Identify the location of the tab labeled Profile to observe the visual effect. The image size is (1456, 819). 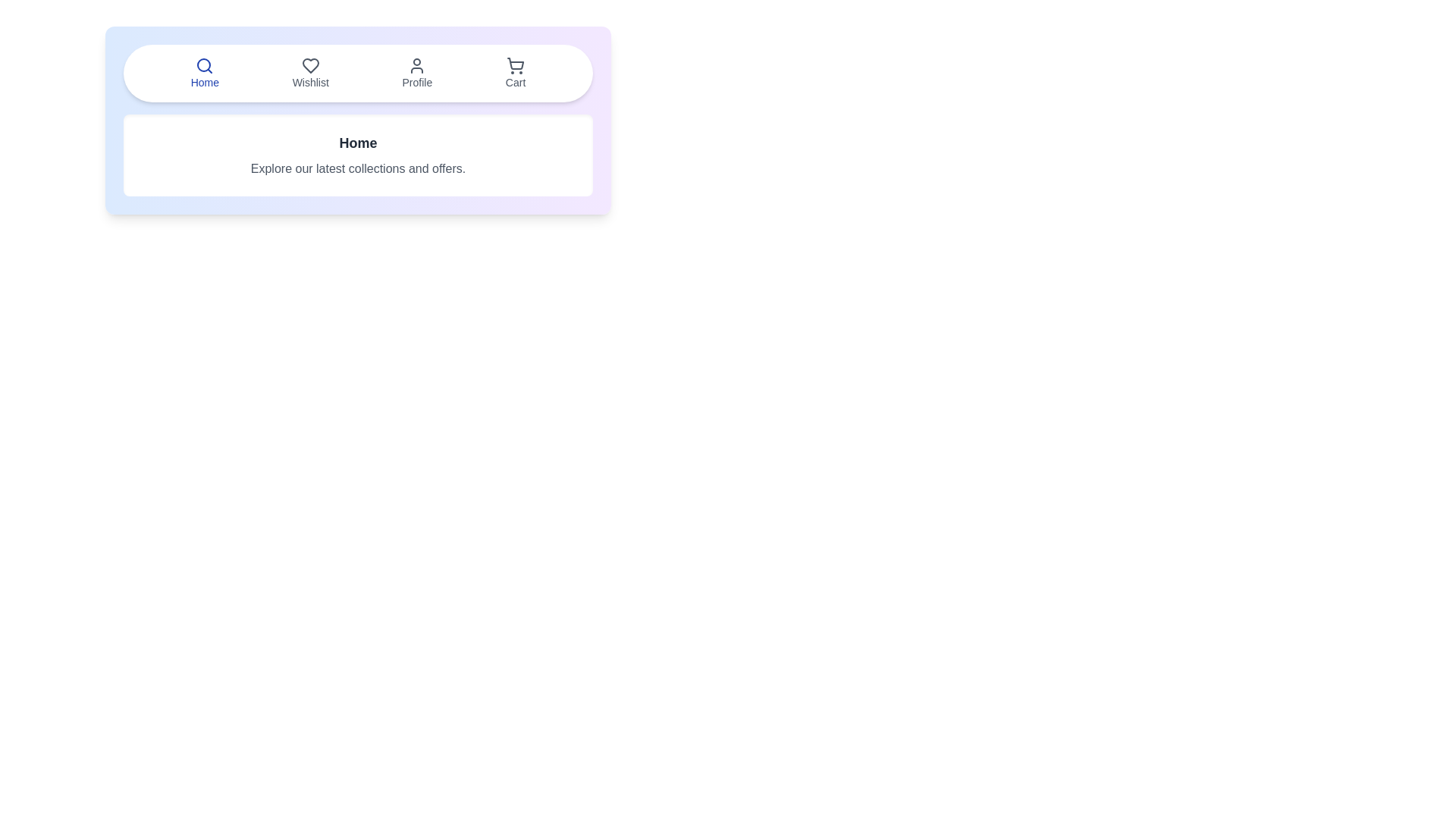
(417, 73).